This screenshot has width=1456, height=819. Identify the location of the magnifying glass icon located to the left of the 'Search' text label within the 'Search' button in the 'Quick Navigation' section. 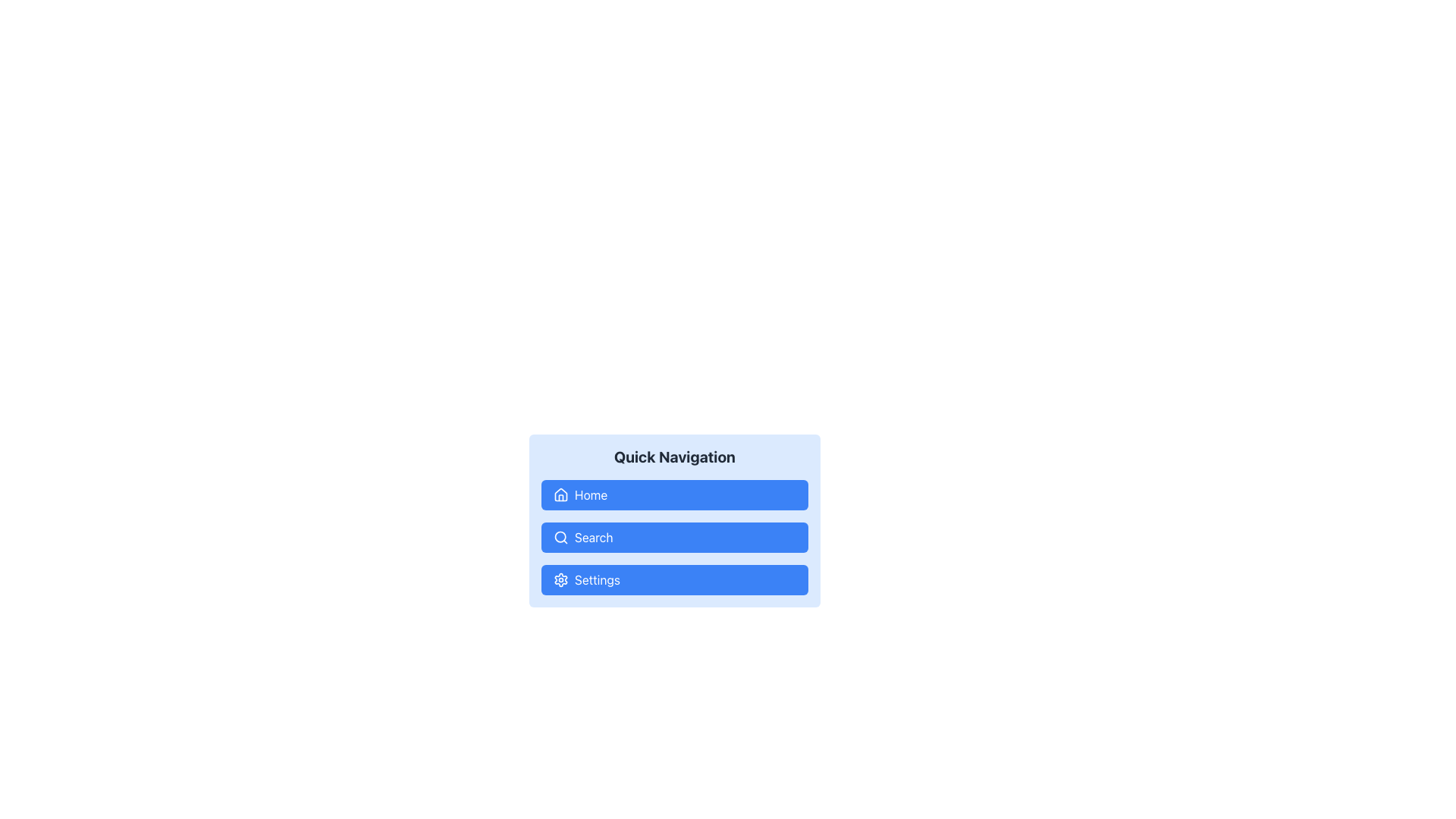
(560, 537).